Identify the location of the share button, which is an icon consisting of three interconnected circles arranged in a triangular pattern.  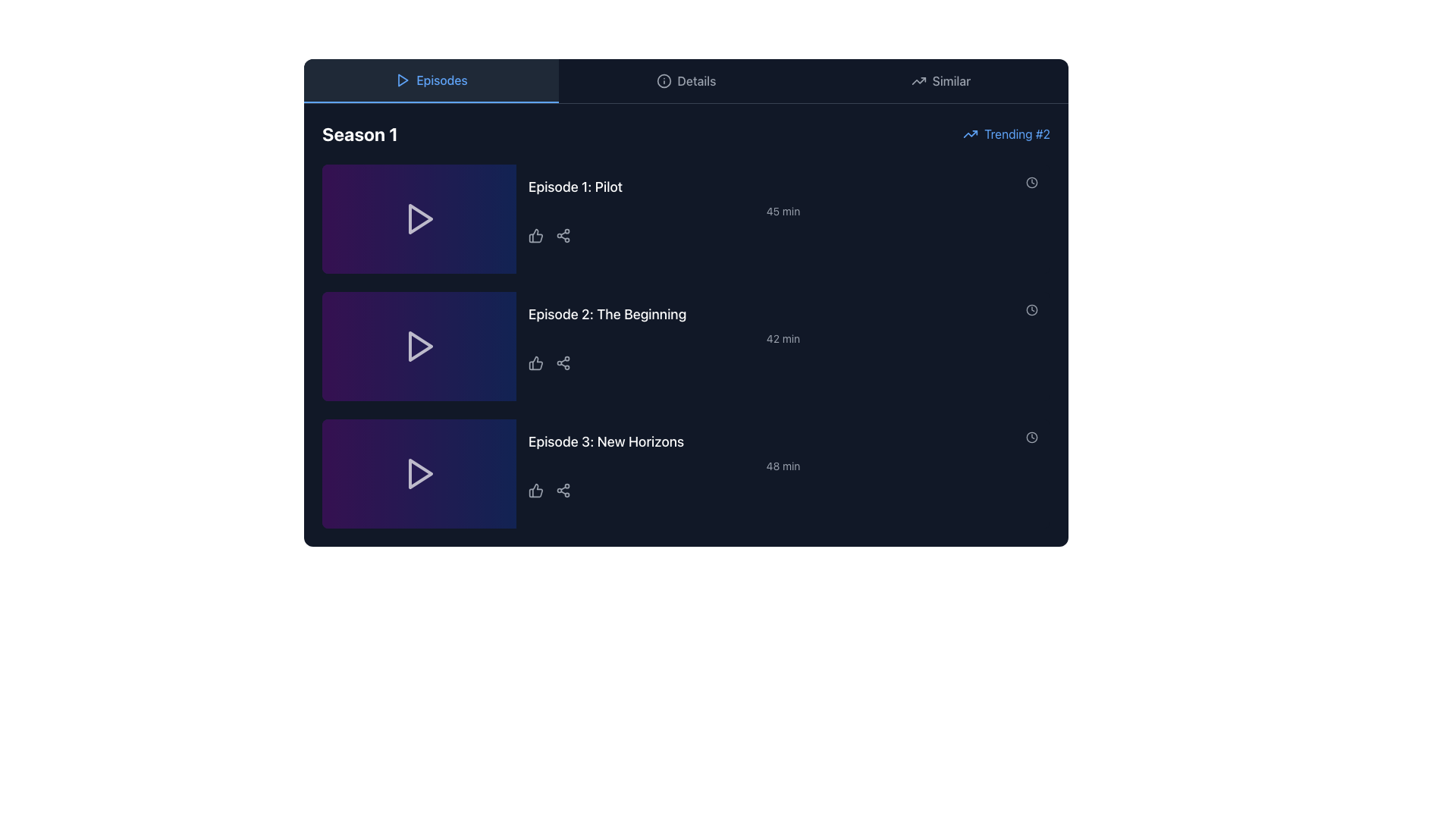
(563, 491).